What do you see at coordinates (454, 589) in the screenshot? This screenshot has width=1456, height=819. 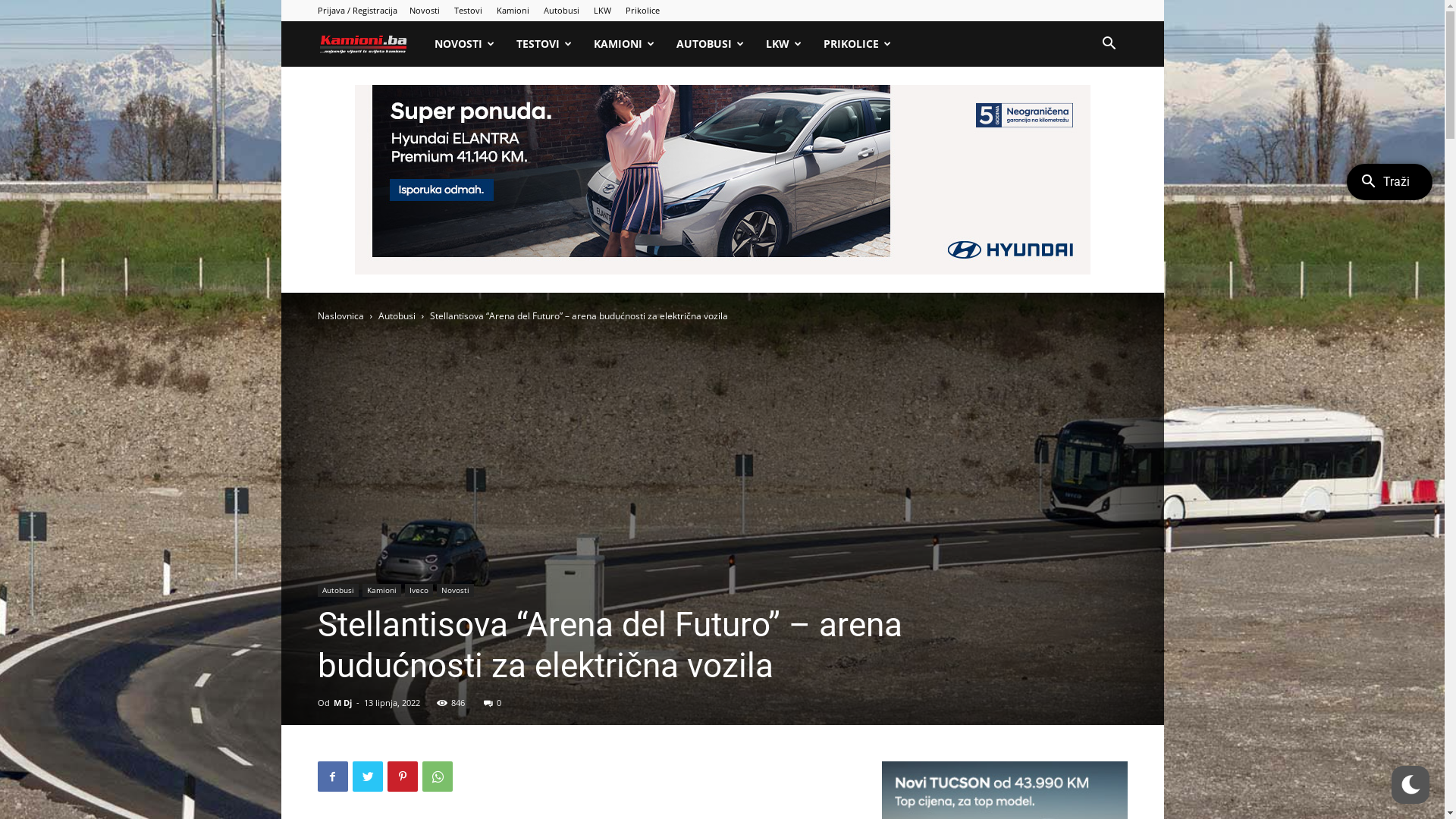 I see `'Novosti'` at bounding box center [454, 589].